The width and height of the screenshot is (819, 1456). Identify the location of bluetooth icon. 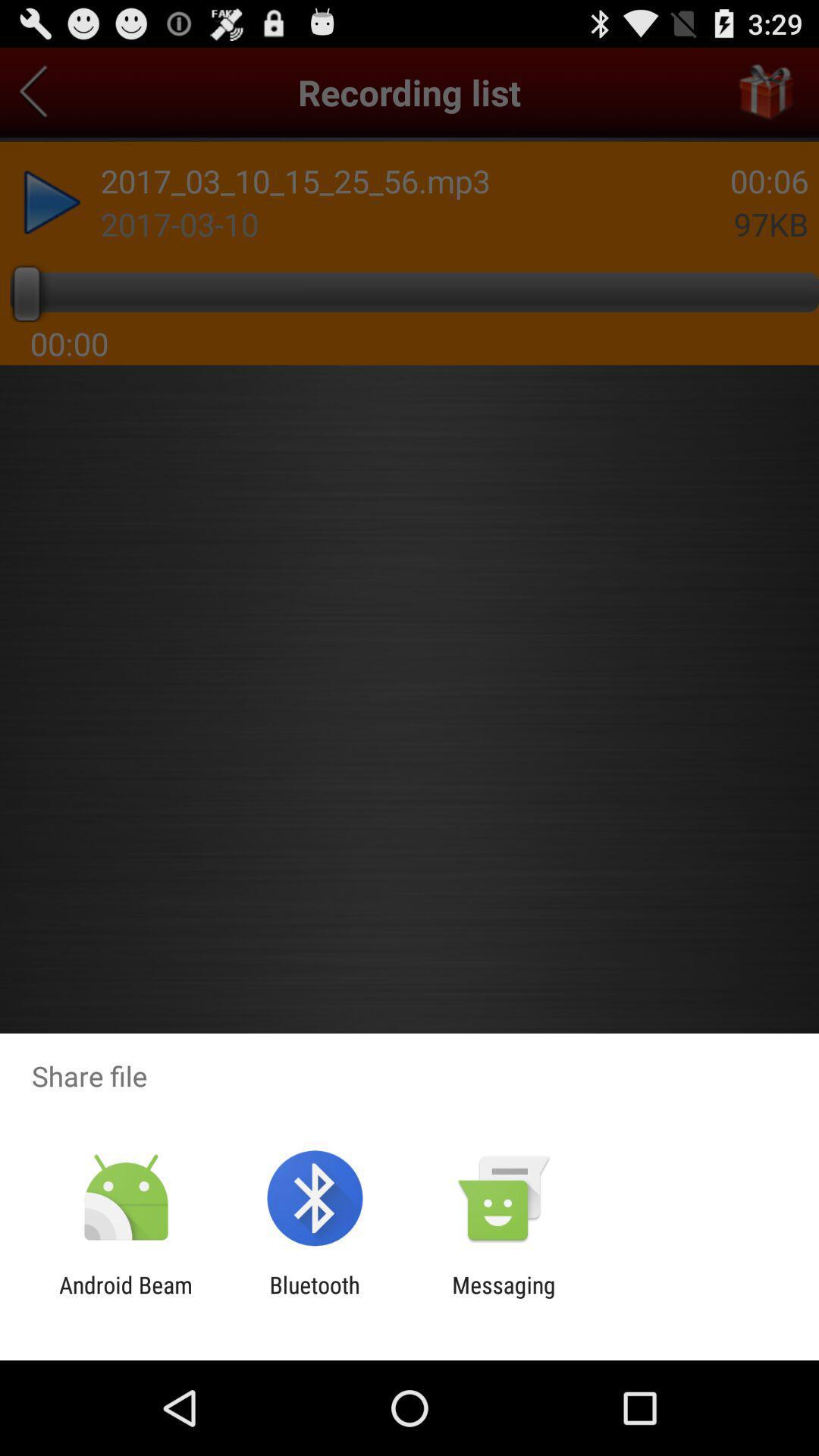
(314, 1298).